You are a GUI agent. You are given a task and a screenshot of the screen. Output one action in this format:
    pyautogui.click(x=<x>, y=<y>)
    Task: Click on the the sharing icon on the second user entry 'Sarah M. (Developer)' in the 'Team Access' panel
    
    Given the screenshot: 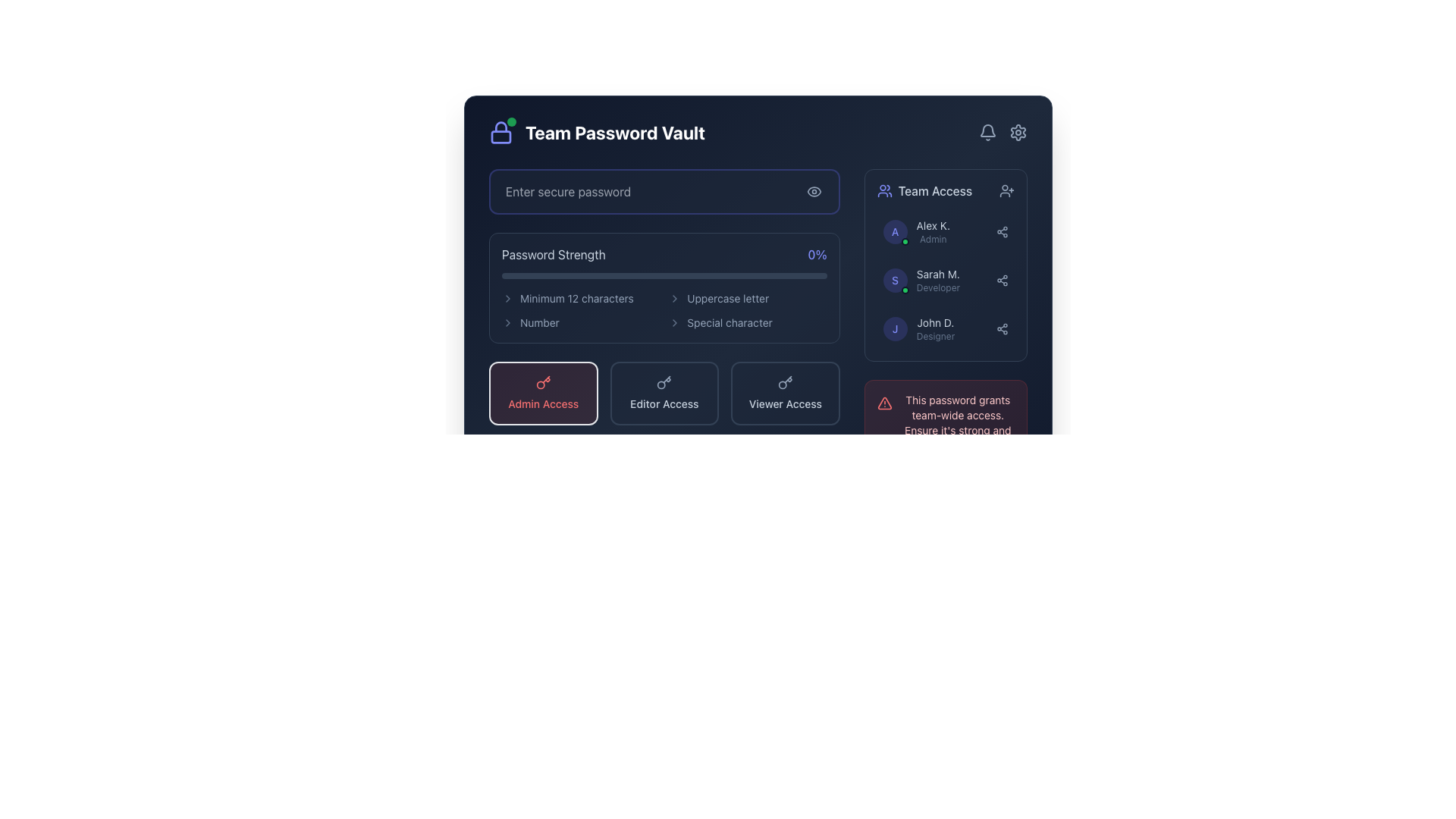 What is the action you would take?
    pyautogui.click(x=945, y=281)
    